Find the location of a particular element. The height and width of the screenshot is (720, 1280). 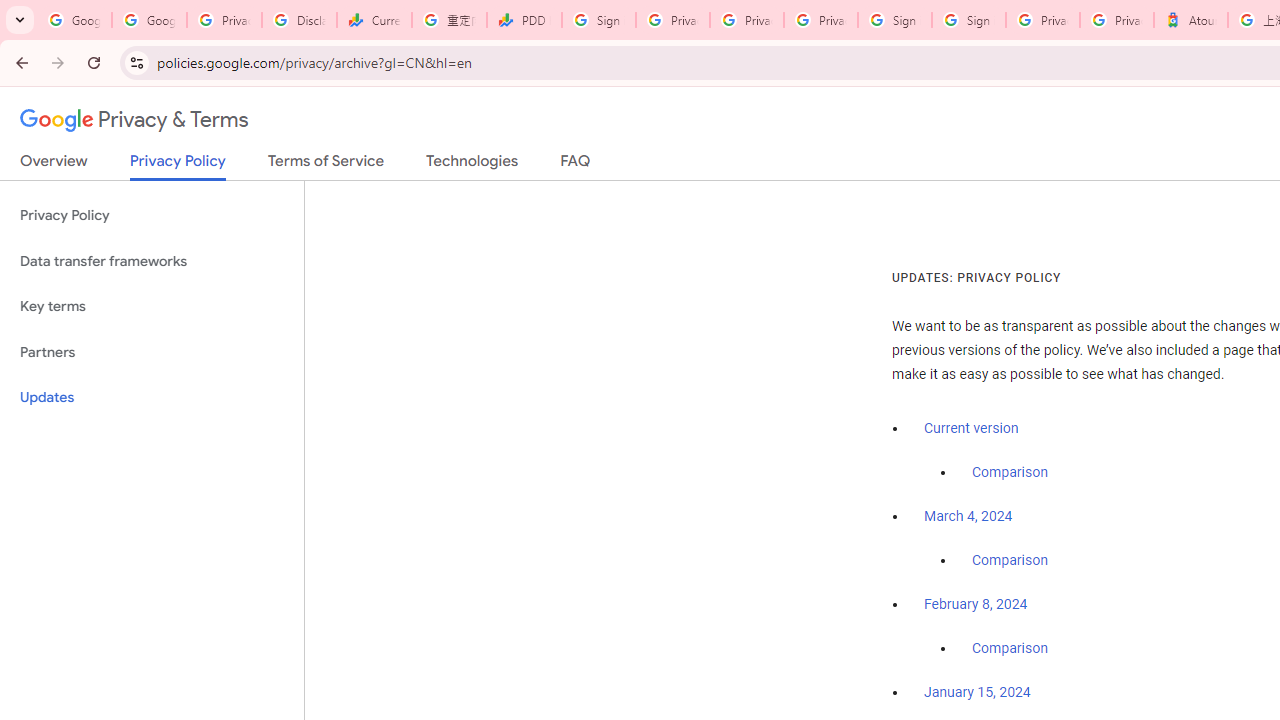

'Atour Hotel - Google hotels' is located at coordinates (1191, 20).